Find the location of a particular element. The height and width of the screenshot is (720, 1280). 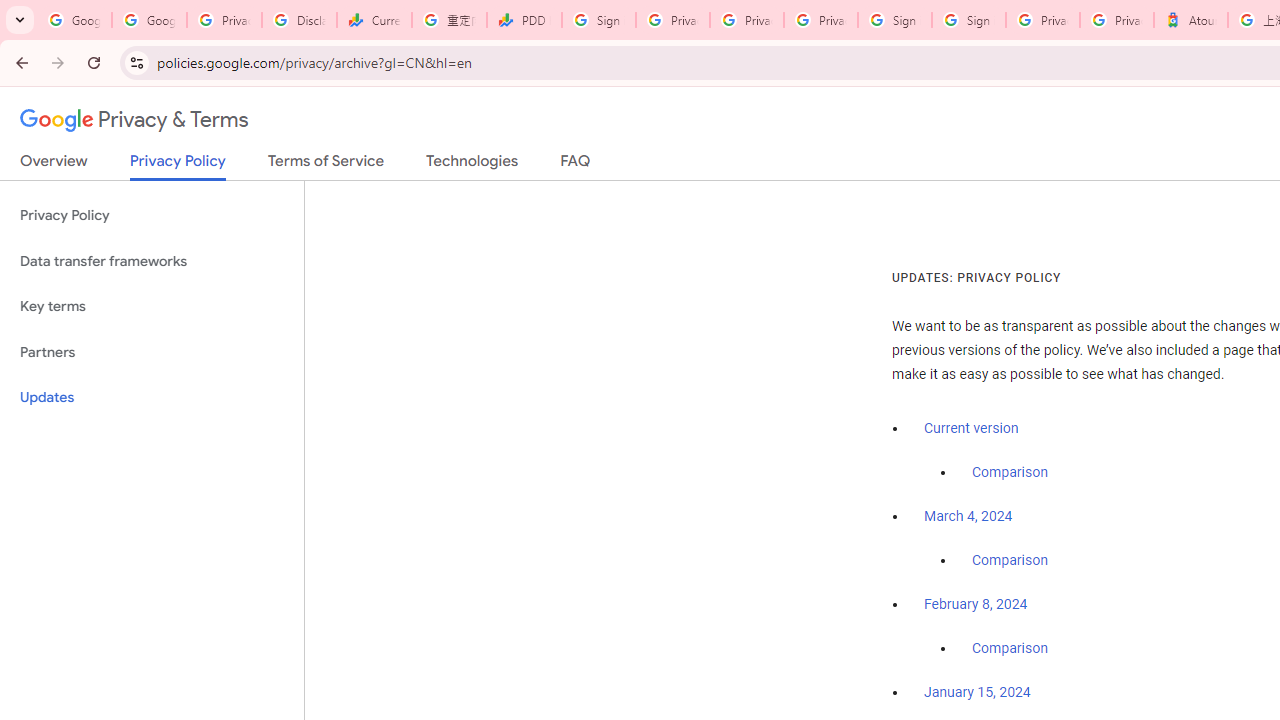

'Atour Hotel - Google hotels' is located at coordinates (1191, 20).